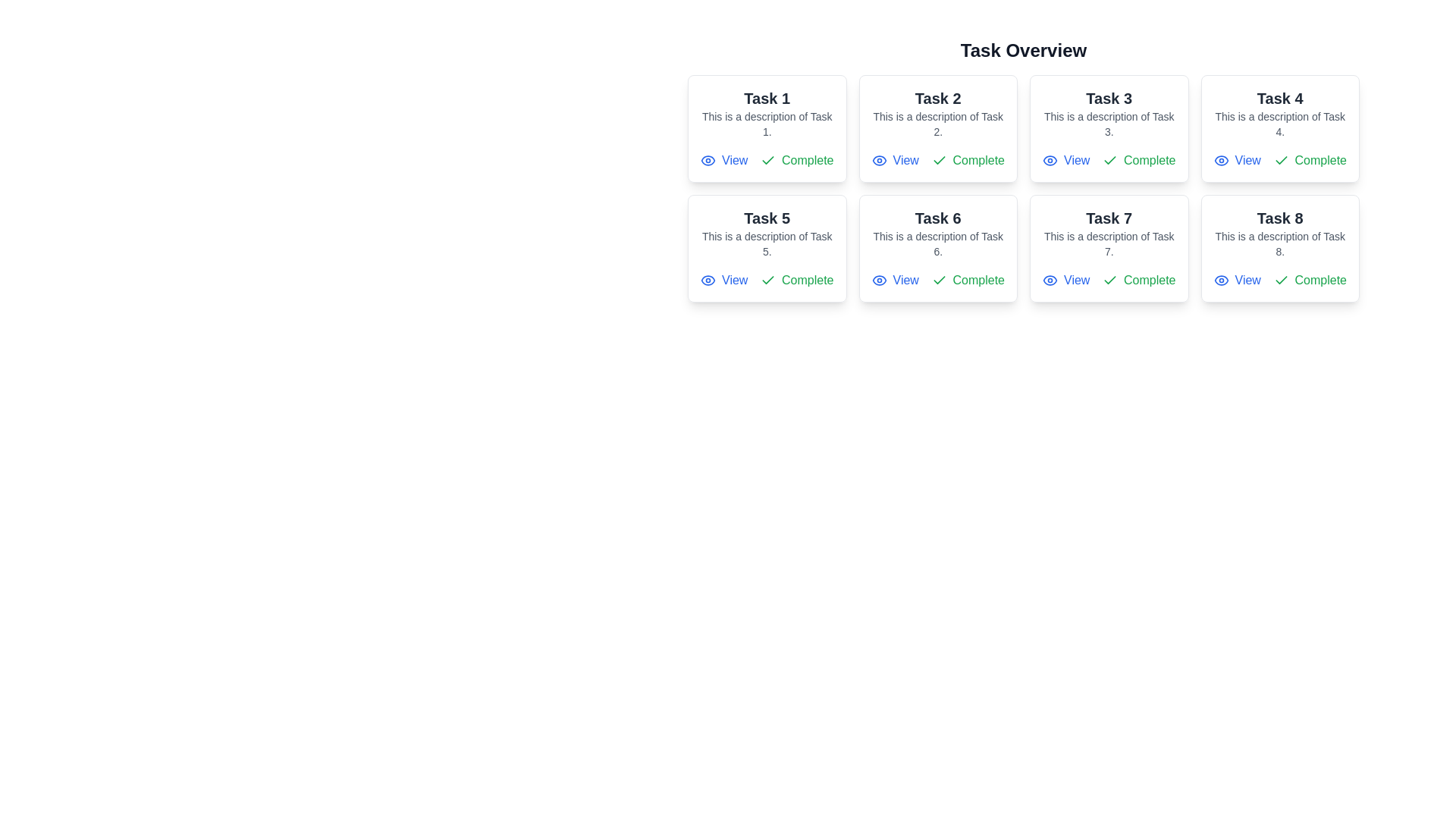 This screenshot has height=819, width=1456. Describe the element at coordinates (937, 161) in the screenshot. I see `the 'Complete' label located at the bottom of the 'Task 2' card to mark the task as done` at that location.